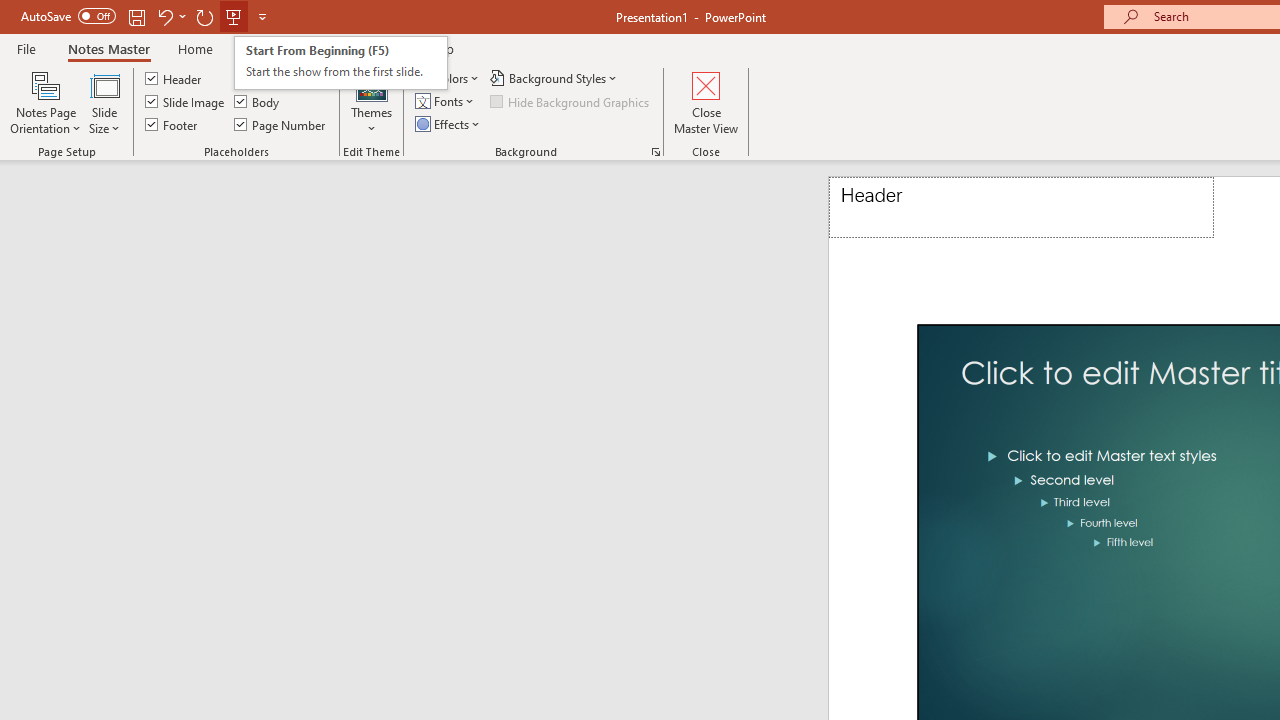  I want to click on 'Hide Background Graphics', so click(569, 101).